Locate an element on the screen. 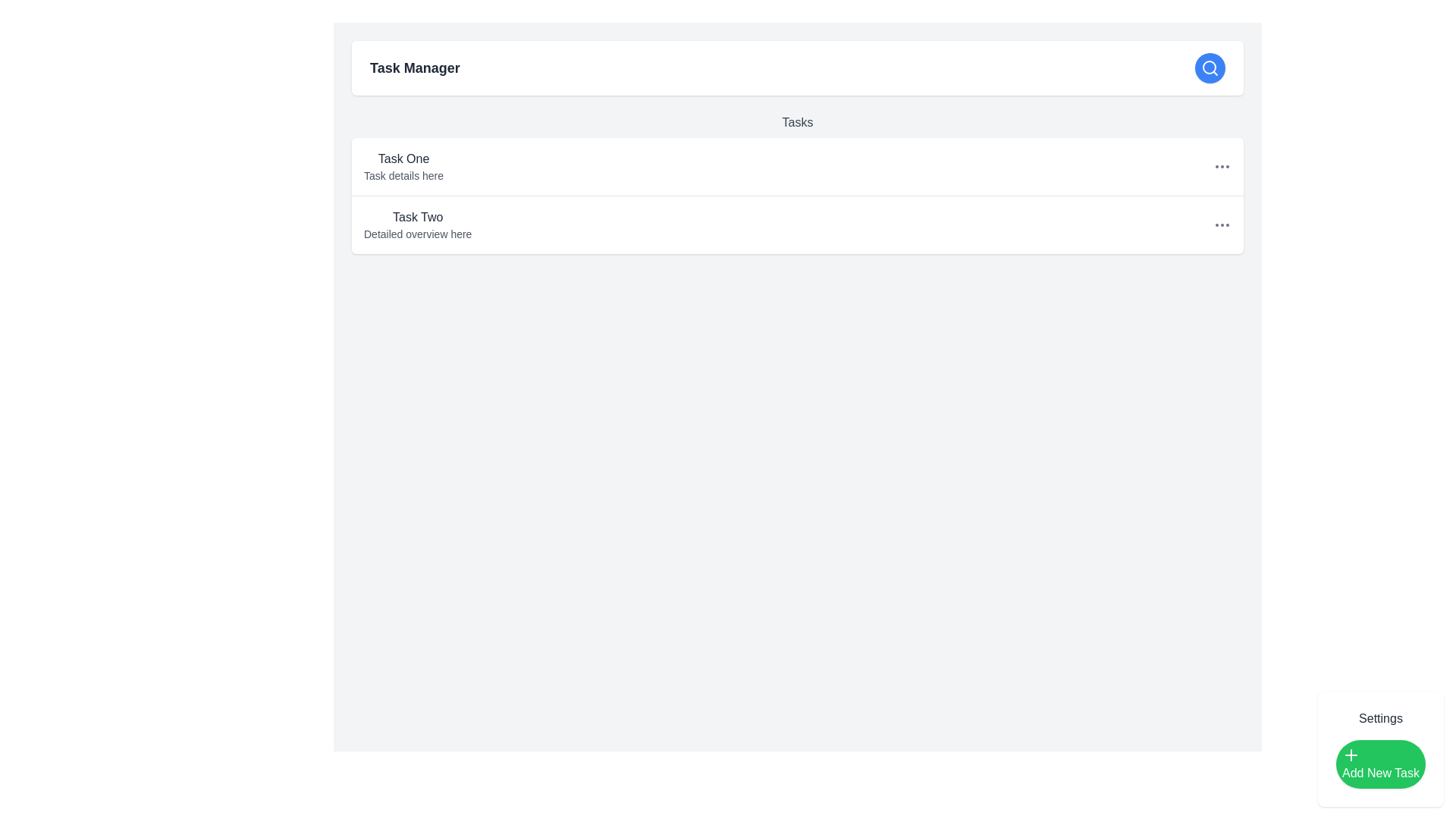 This screenshot has width=1456, height=819. the blue icon button located in the top-right corner of the header section is located at coordinates (1210, 67).